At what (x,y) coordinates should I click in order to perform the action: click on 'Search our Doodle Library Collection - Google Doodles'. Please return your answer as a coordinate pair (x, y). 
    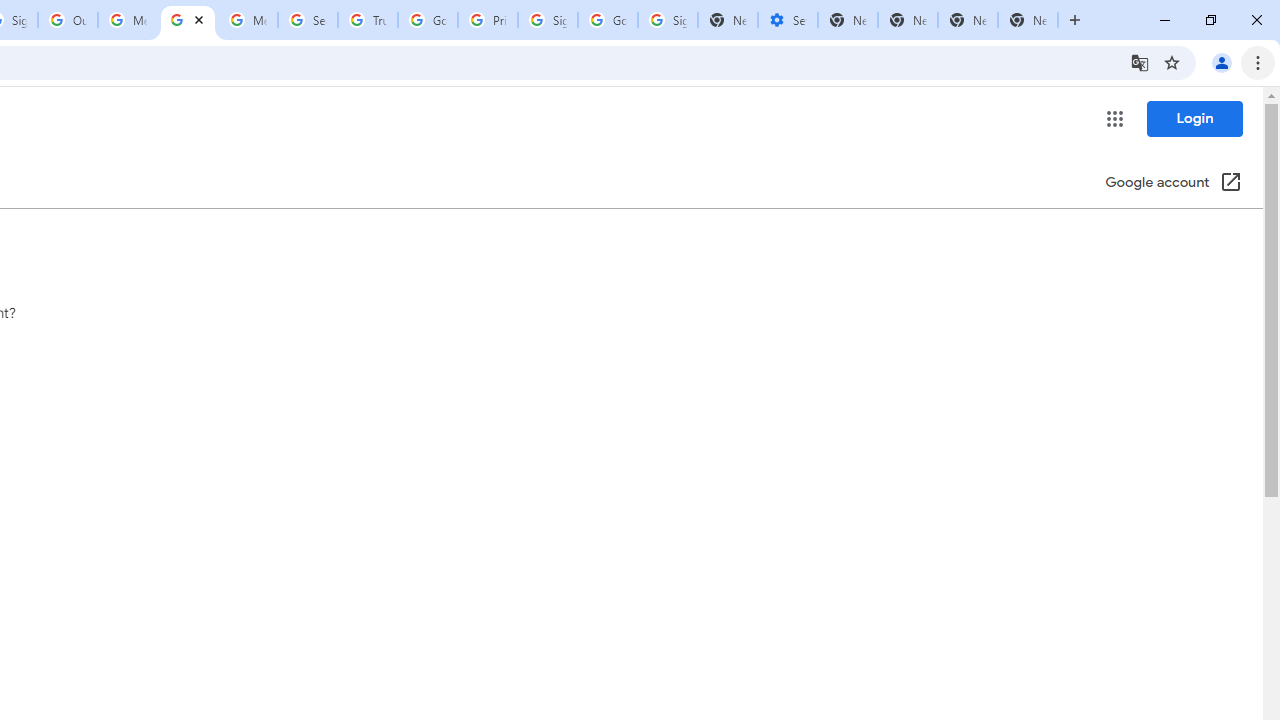
    Looking at the image, I should click on (306, 20).